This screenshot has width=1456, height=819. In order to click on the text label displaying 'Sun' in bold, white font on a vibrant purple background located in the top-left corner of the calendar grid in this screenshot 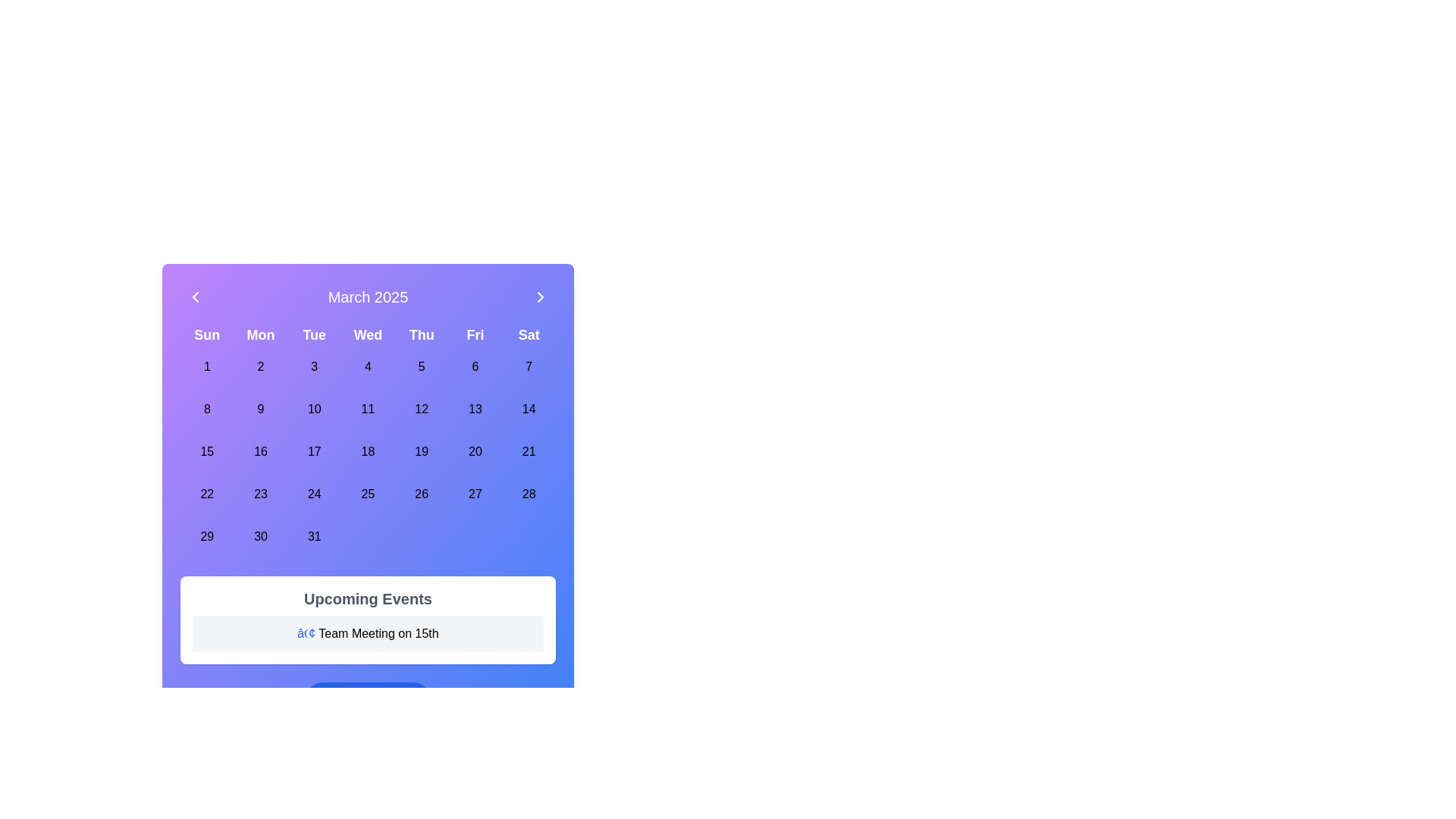, I will do `click(206, 334)`.